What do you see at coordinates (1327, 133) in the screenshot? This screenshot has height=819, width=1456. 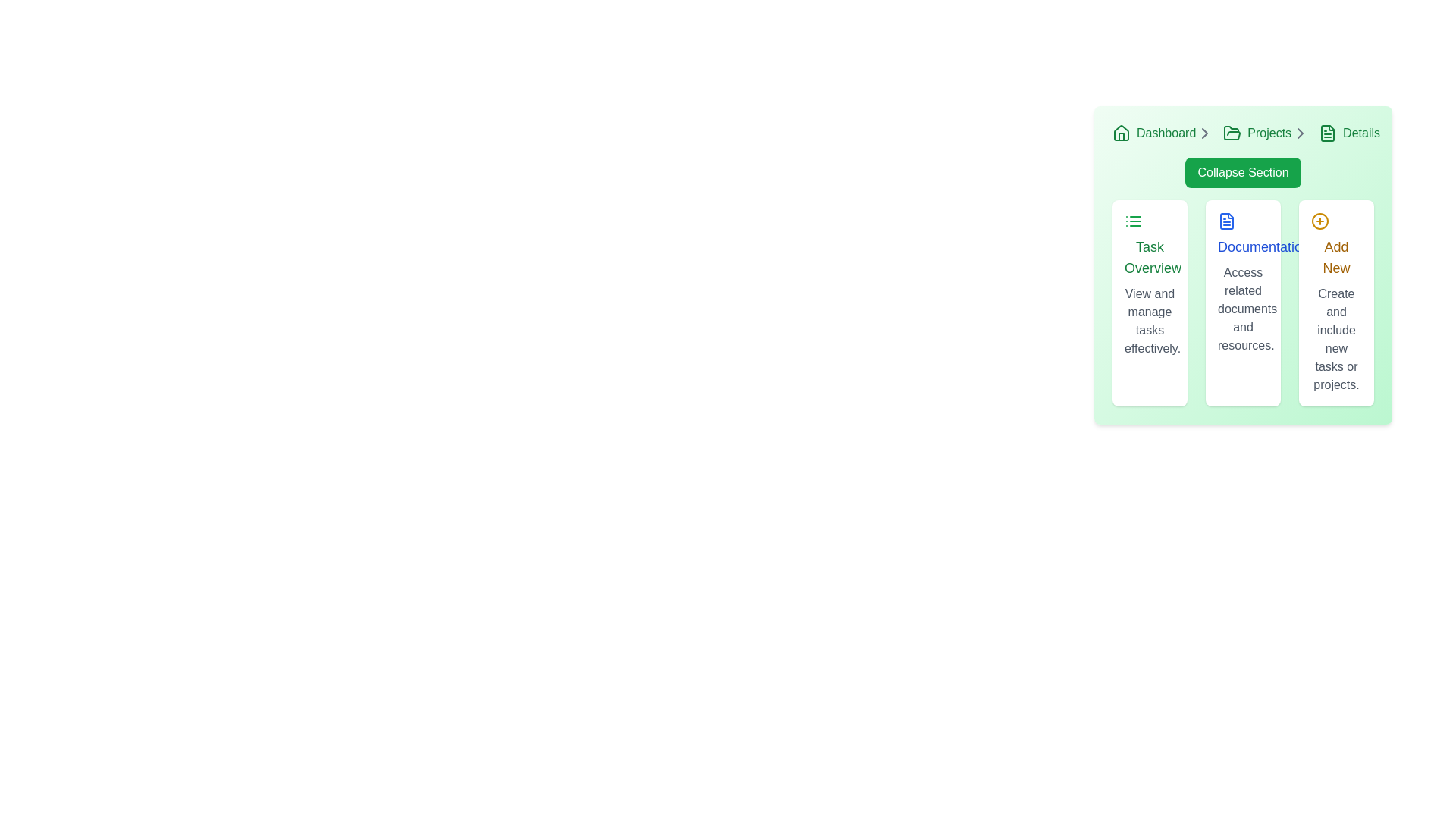 I see `the document icon with a green outline located next to the 'Details' text in the breadcrumb navigation bar at the top-right of the green-card interface` at bounding box center [1327, 133].